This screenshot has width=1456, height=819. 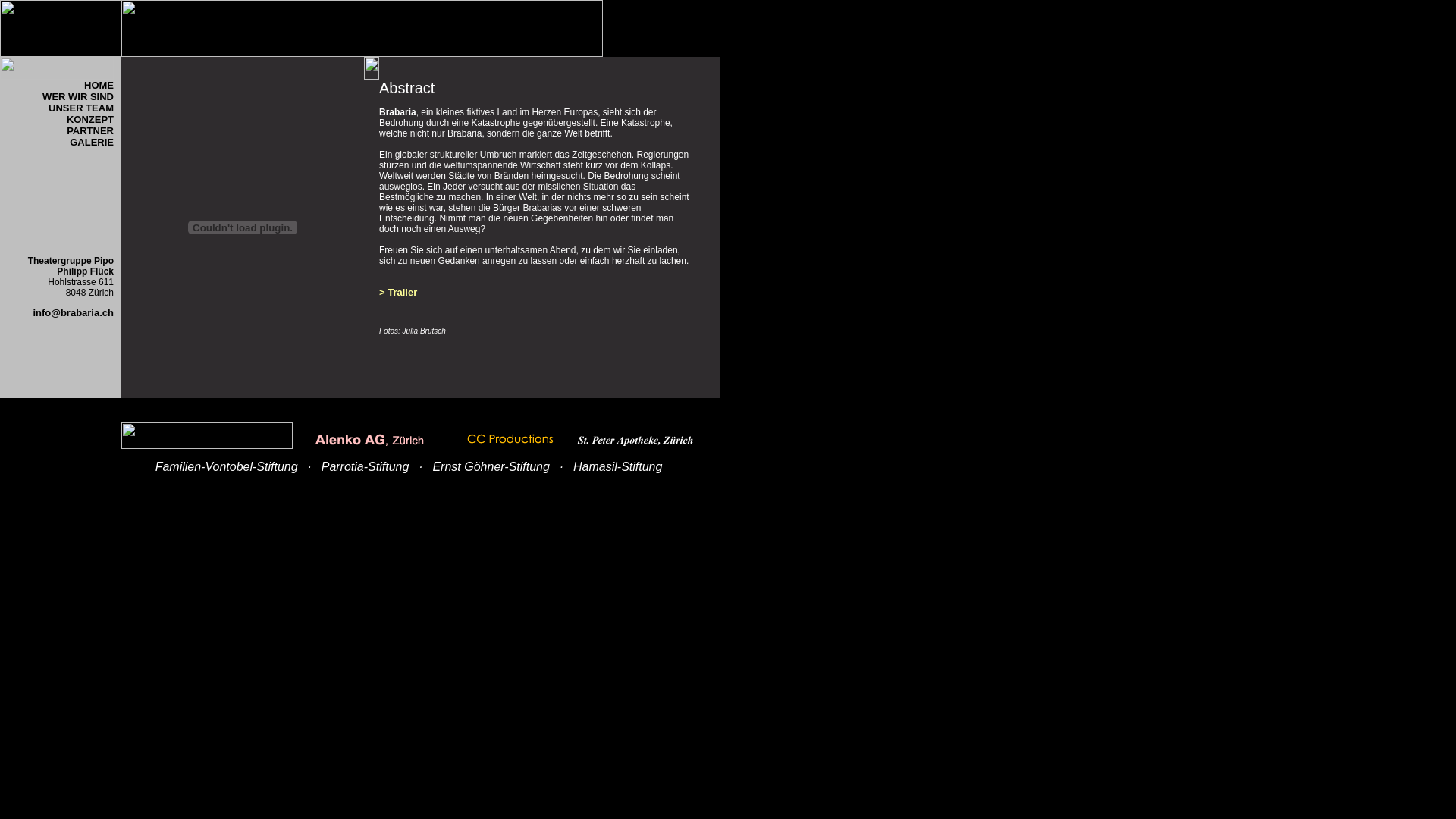 I want to click on 'GALERIE', so click(x=90, y=142).